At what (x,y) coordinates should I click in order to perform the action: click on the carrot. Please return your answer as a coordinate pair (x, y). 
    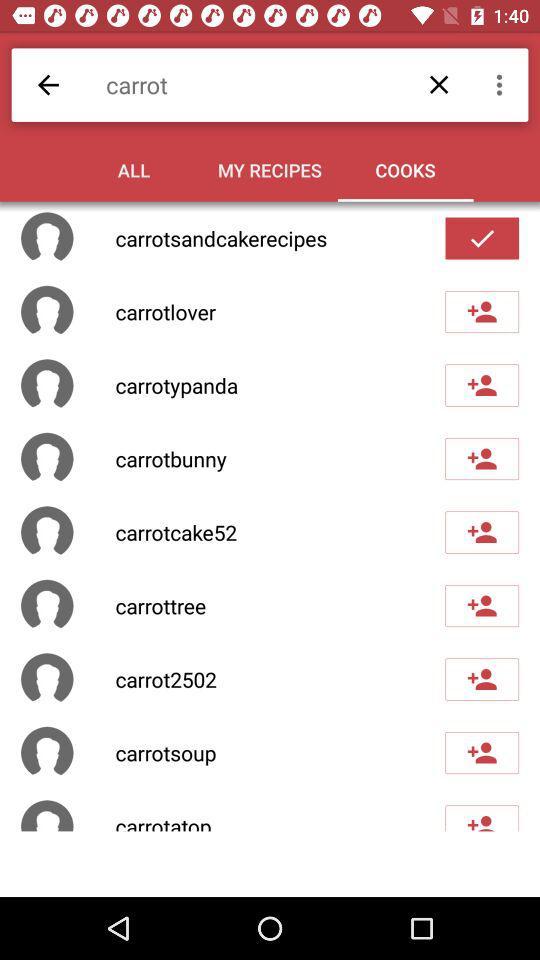
    Looking at the image, I should click on (279, 84).